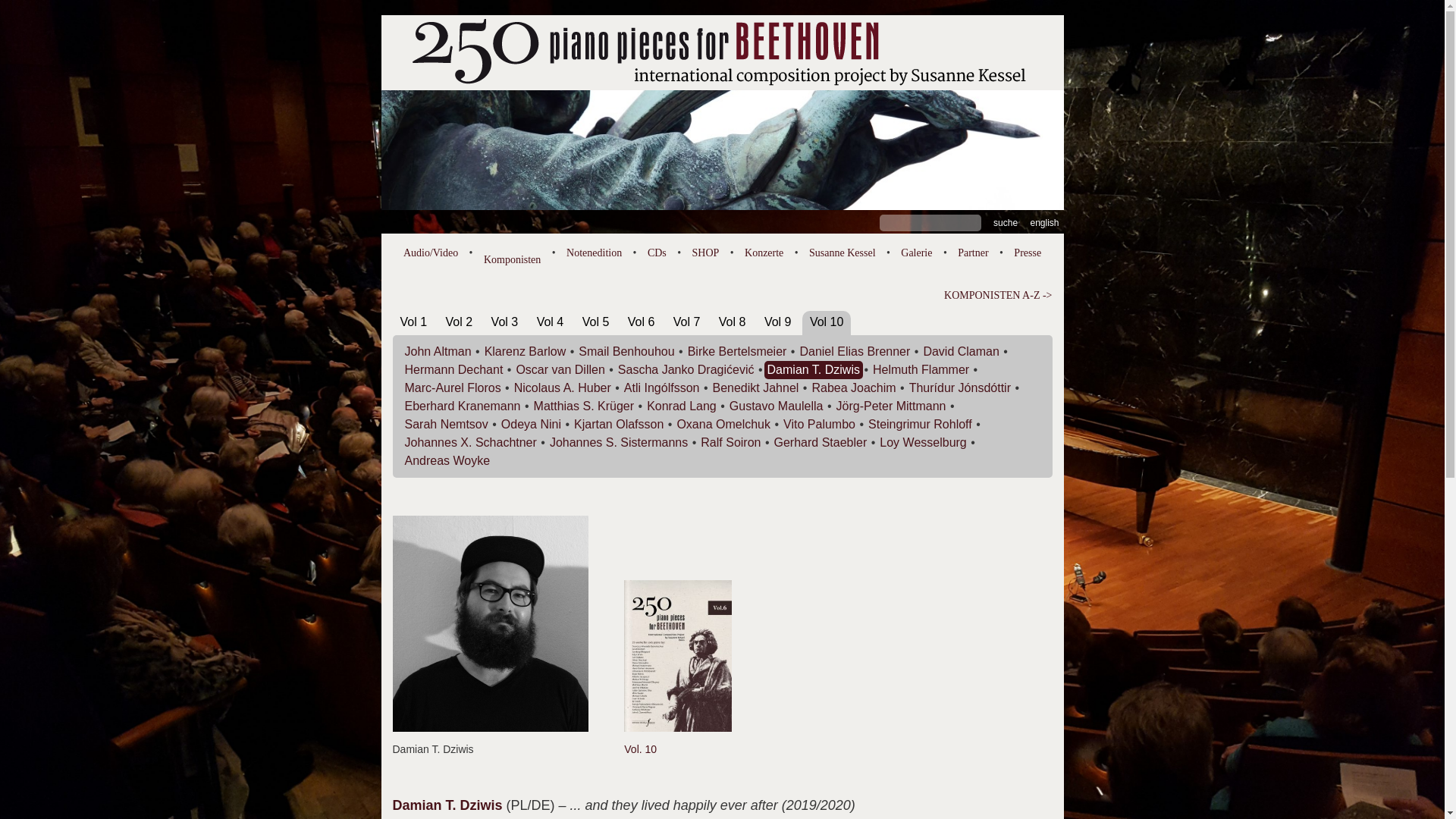  I want to click on 'Vol 10', so click(825, 321).